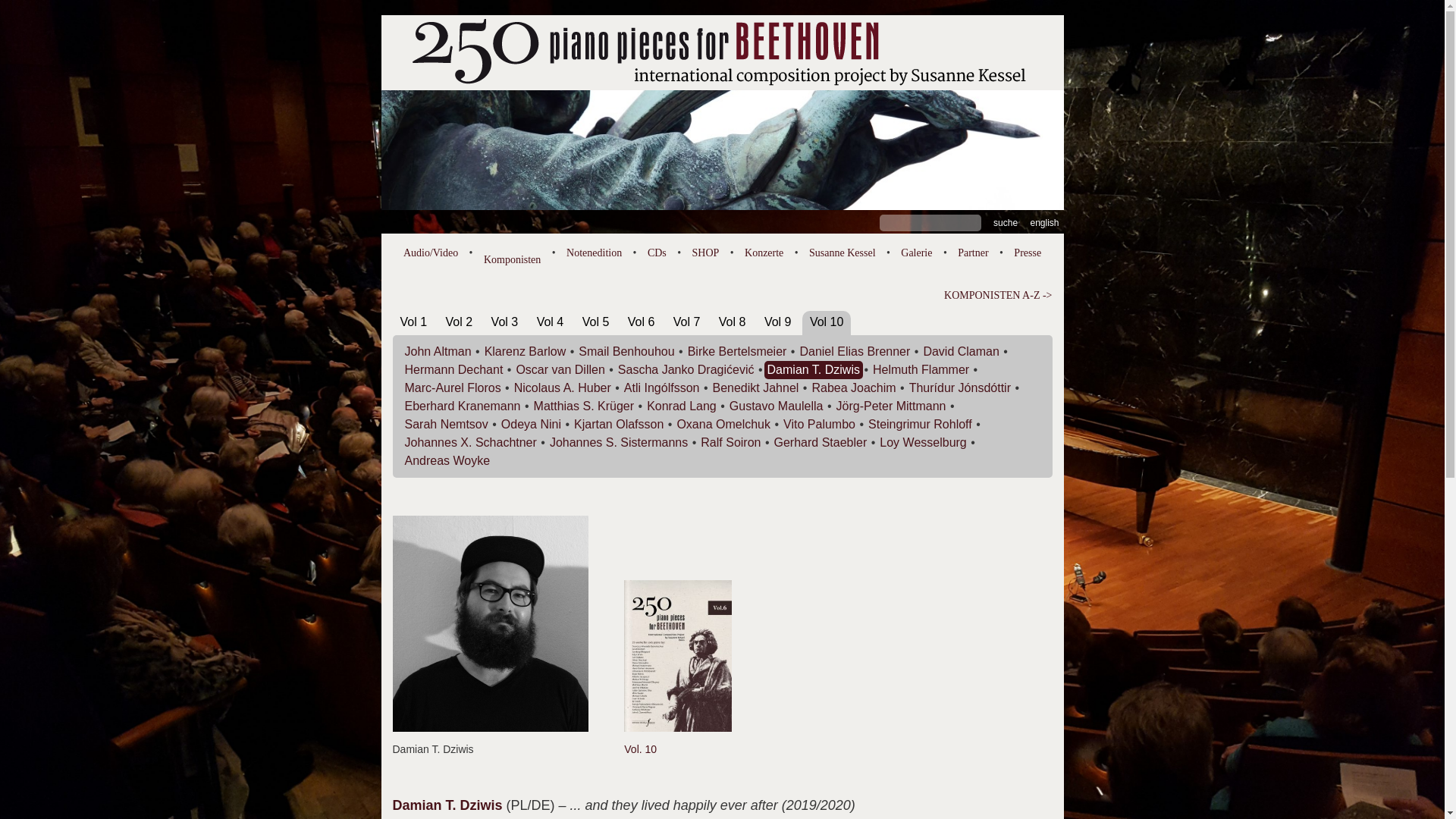  I want to click on 'Vol 10', so click(825, 321).